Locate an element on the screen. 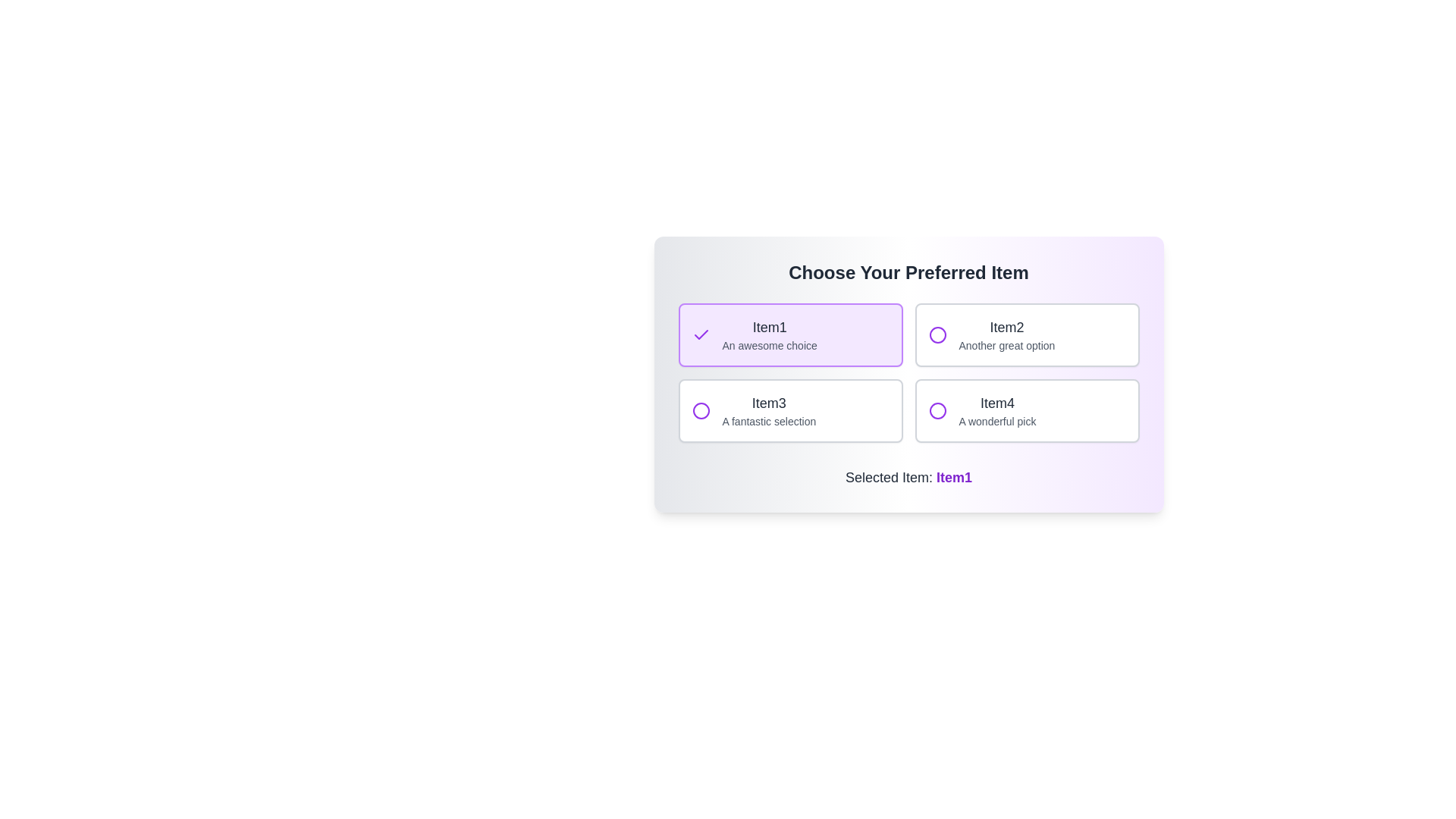 The width and height of the screenshot is (1456, 819). the purple checkmark icon located in the top left of the 'Item1' card within a four-card grid layout is located at coordinates (700, 334).